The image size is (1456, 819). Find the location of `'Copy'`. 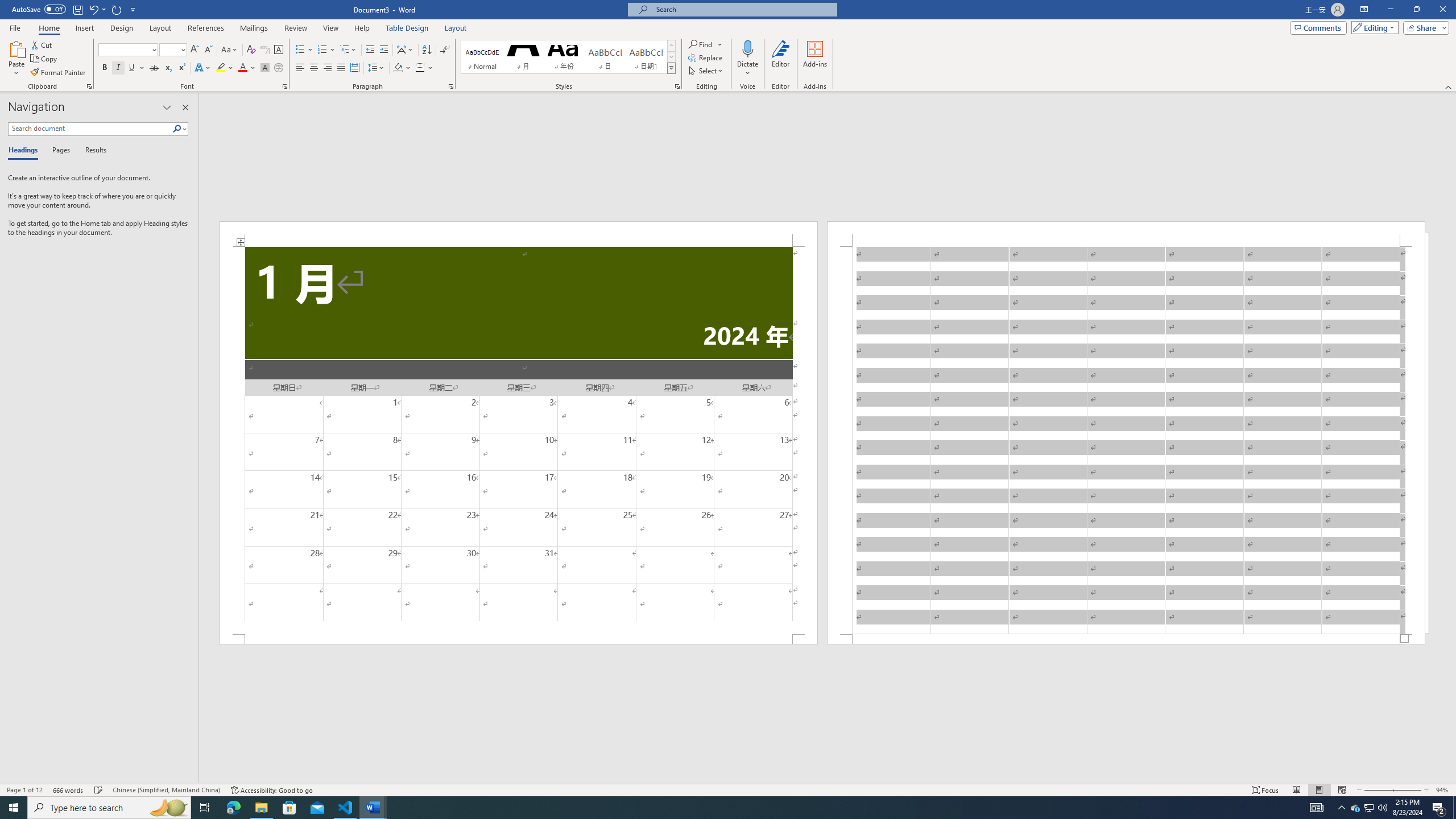

'Copy' is located at coordinates (44, 59).